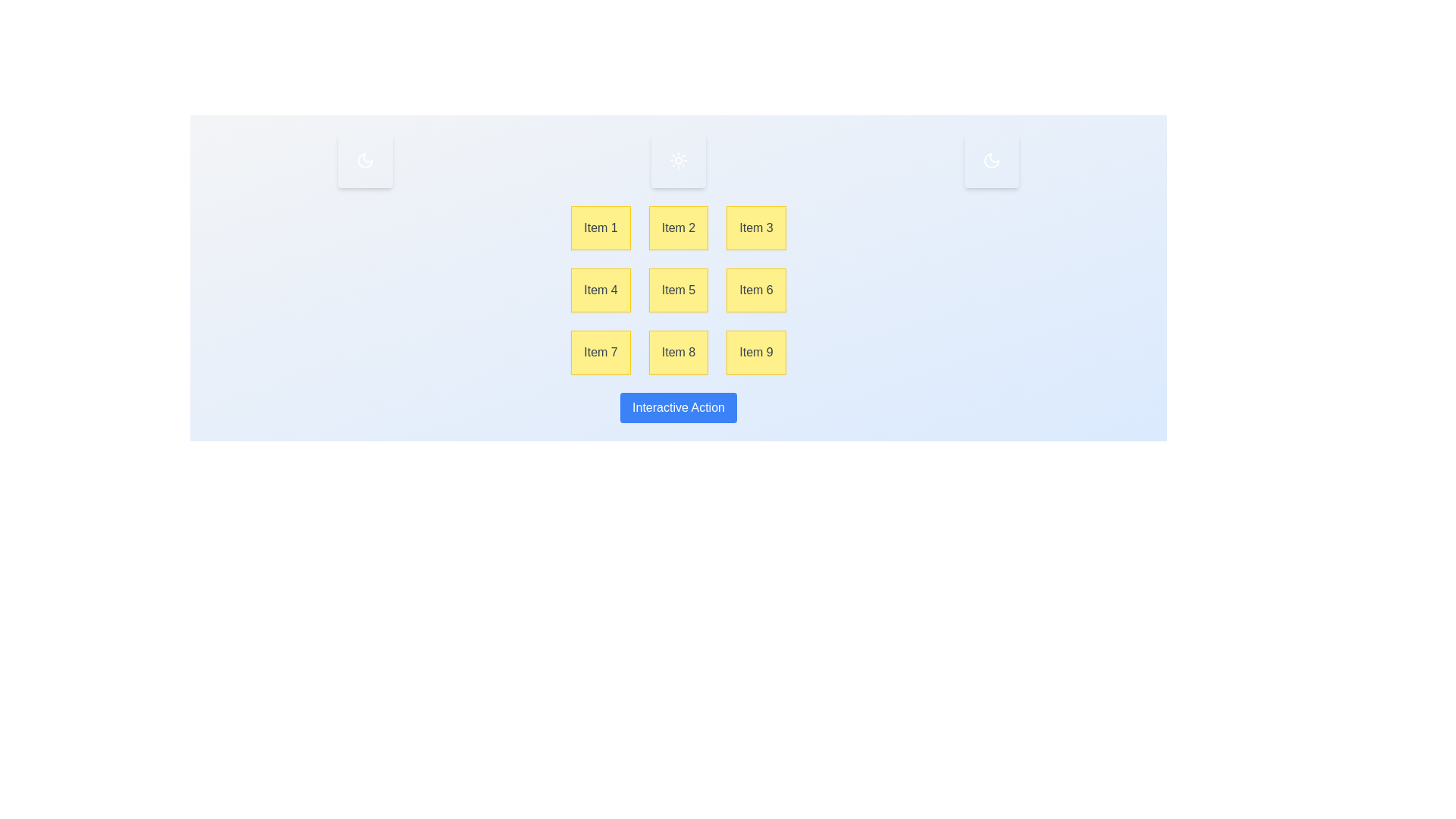 This screenshot has width=1456, height=819. Describe the element at coordinates (600, 227) in the screenshot. I see `the static text label displaying 'Item 1' which is located in the top-left corner of a 3x3 grid layout, surrounded by other similar boxes` at that location.